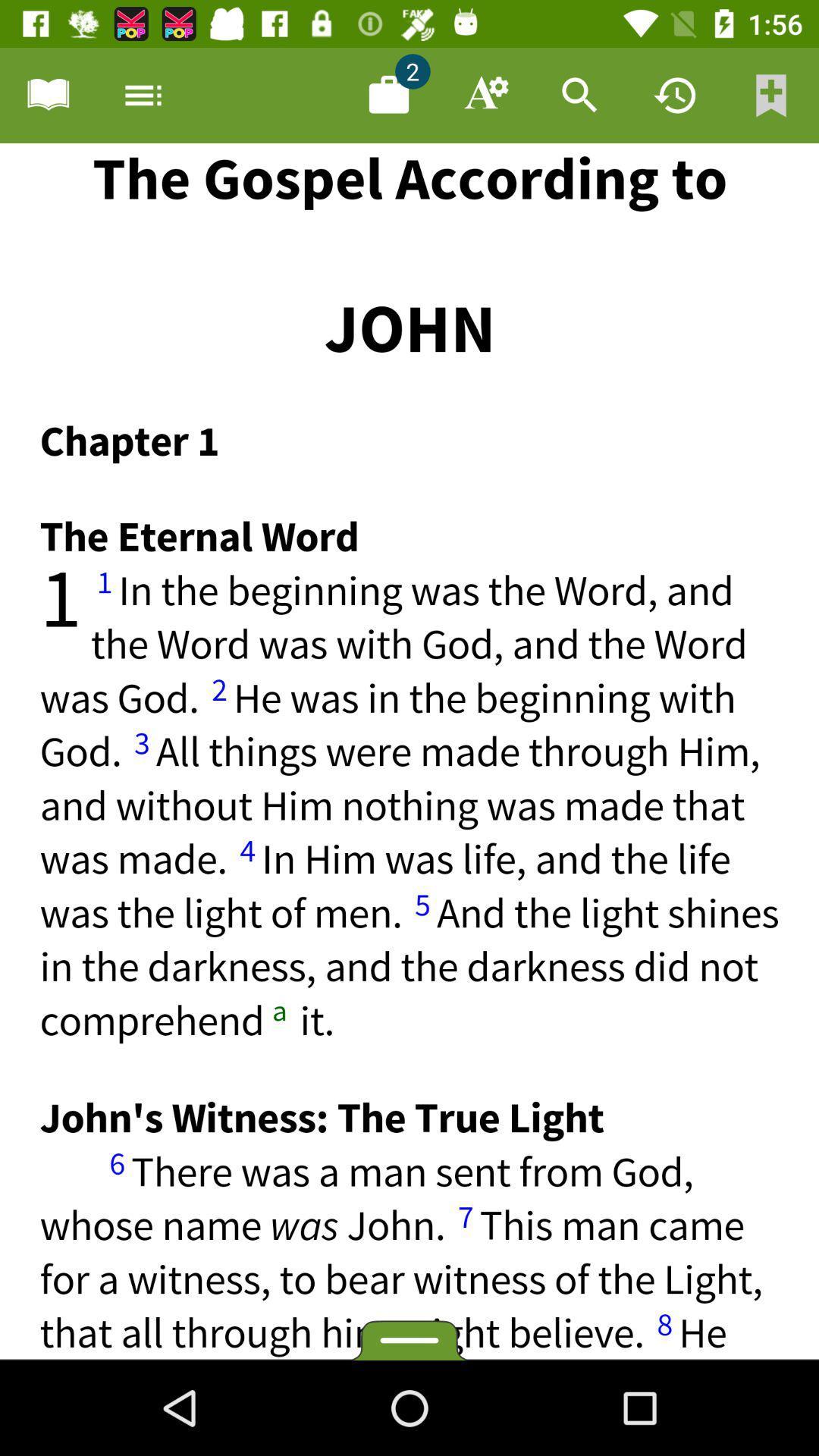 This screenshot has height=1456, width=819. Describe the element at coordinates (388, 94) in the screenshot. I see `content` at that location.